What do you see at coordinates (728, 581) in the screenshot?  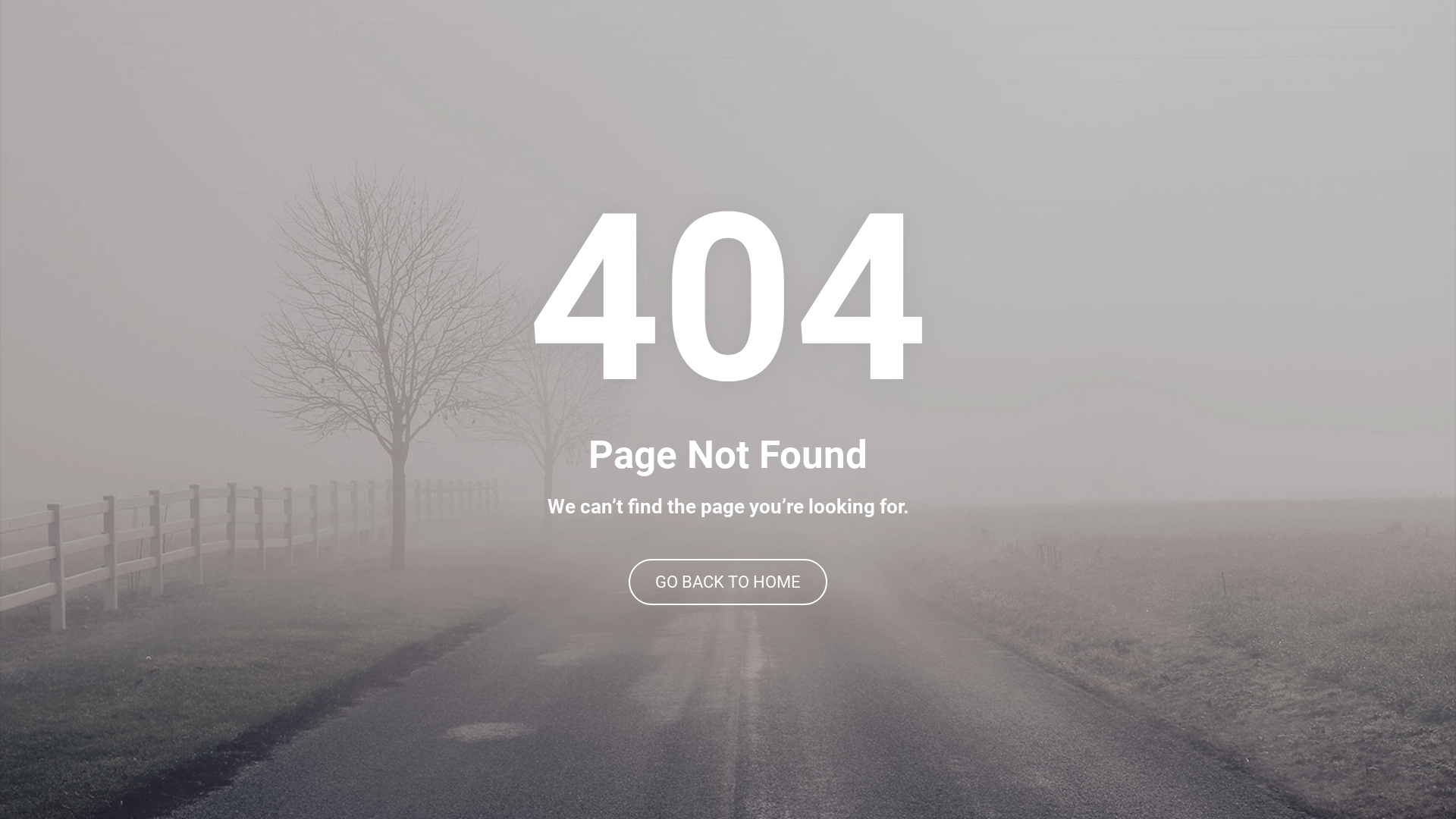 I see `'GO BACK TO HOME'` at bounding box center [728, 581].